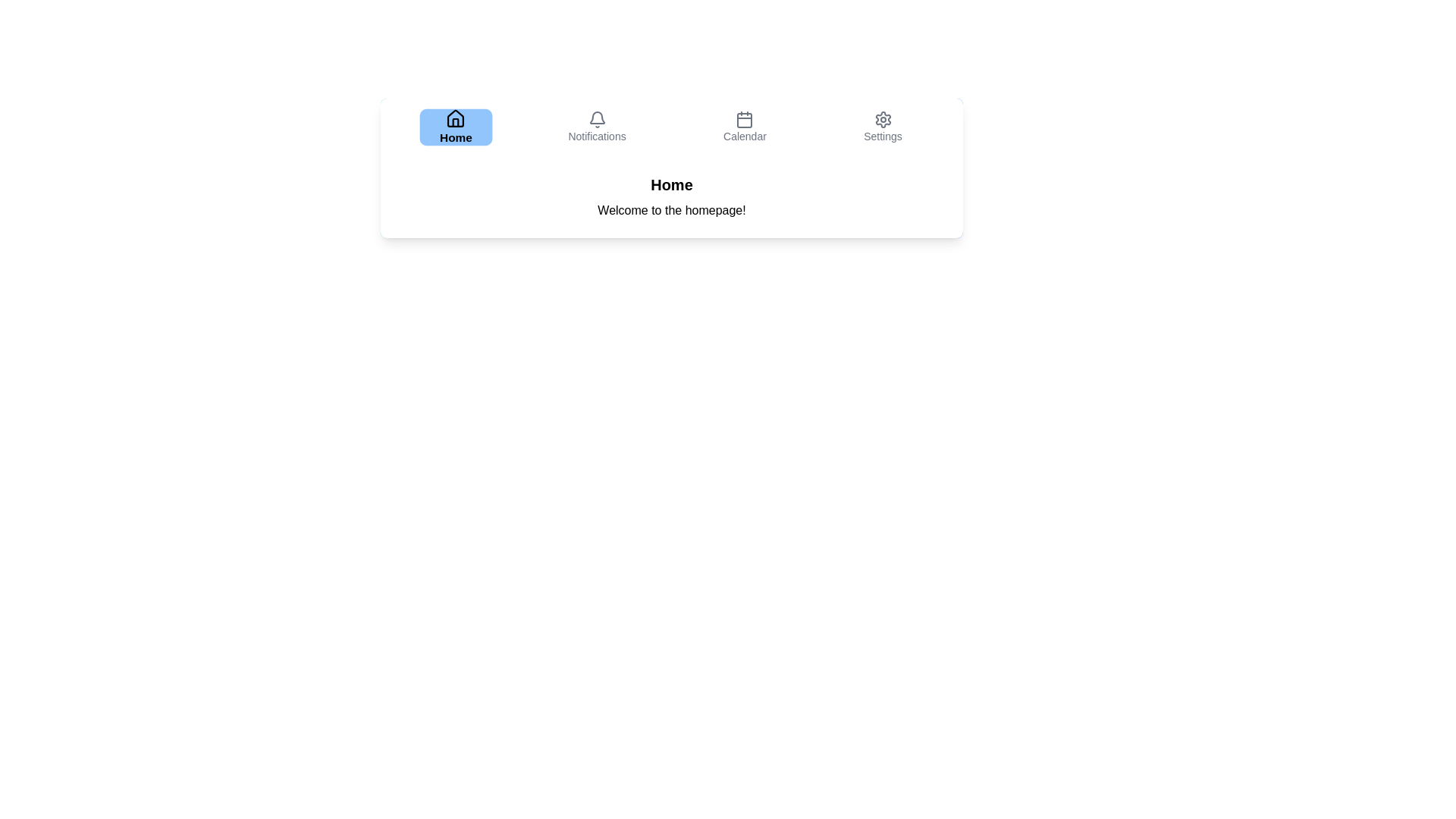 This screenshot has width=1456, height=819. What do you see at coordinates (745, 127) in the screenshot?
I see `the 'Calendar' button, which features a calendar icon and a text label` at bounding box center [745, 127].